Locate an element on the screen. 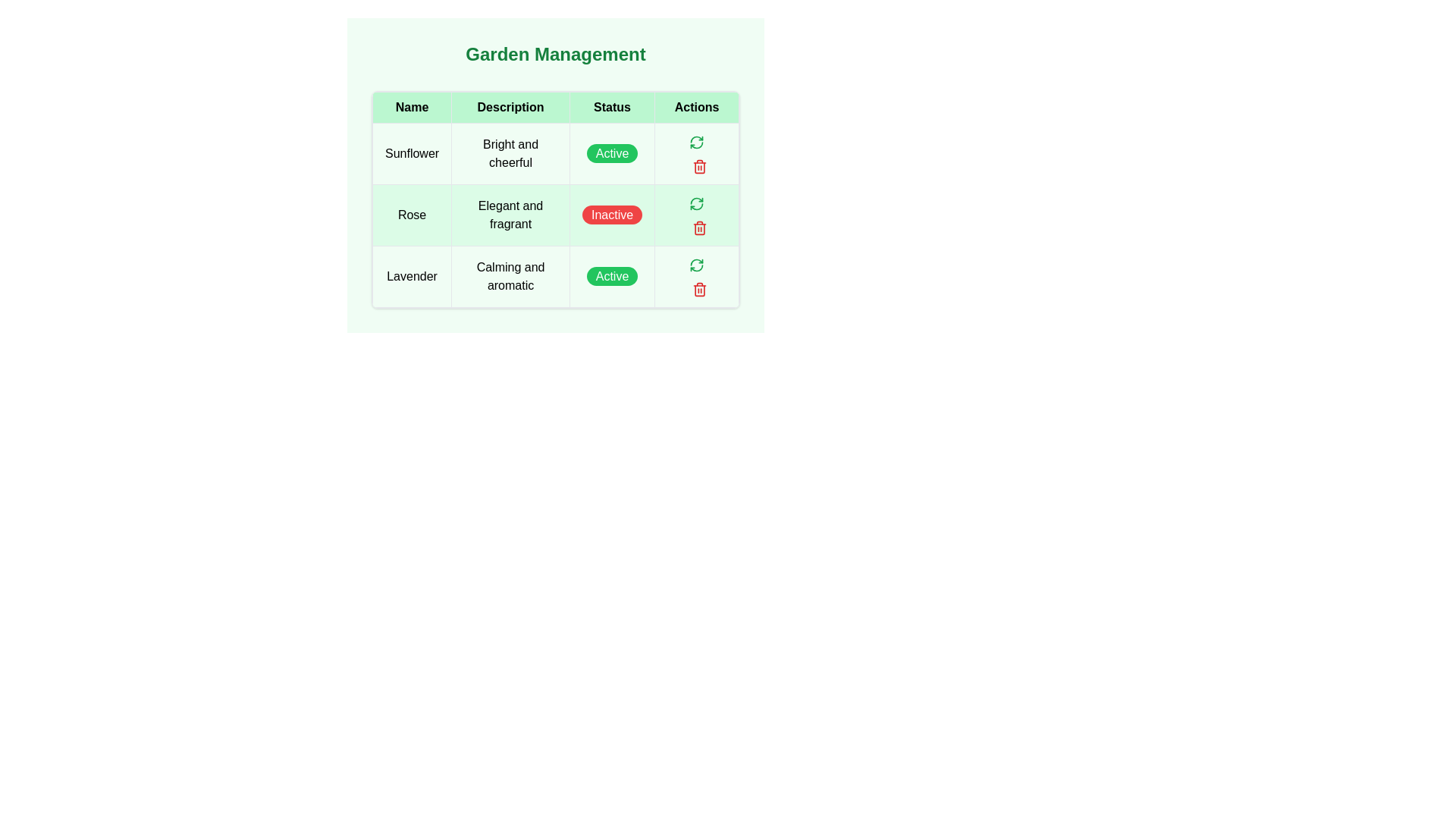  top-left arc component of the refresh icon in the 'Actions' column for the first row corresponding to the 'Sunflower' entry in the DOM is located at coordinates (696, 200).